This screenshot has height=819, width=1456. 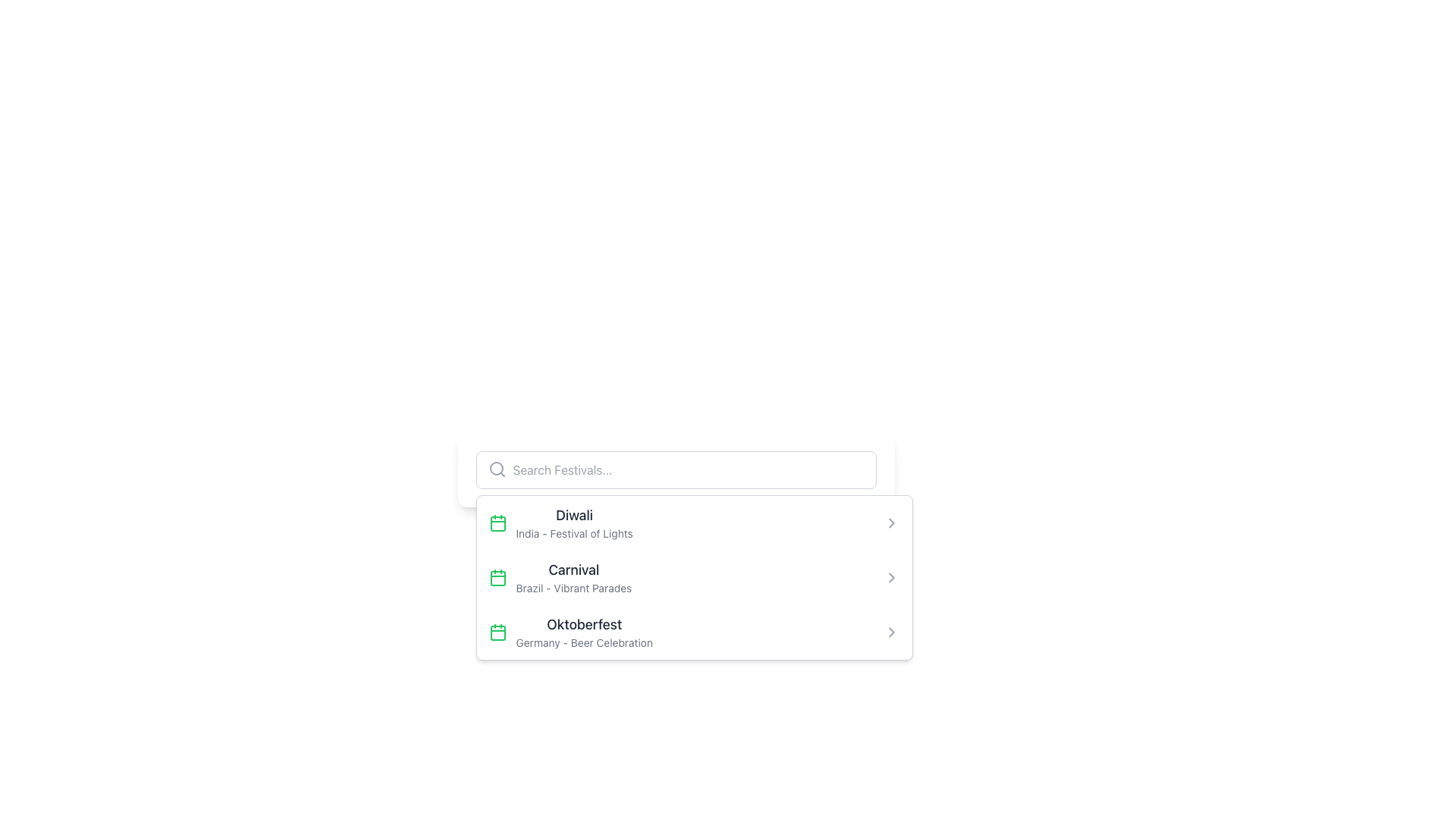 I want to click on the Diwali event icon, which is the first icon in the first row, located to the immediate left of the text 'Diwali' in the list of events, so click(x=497, y=522).